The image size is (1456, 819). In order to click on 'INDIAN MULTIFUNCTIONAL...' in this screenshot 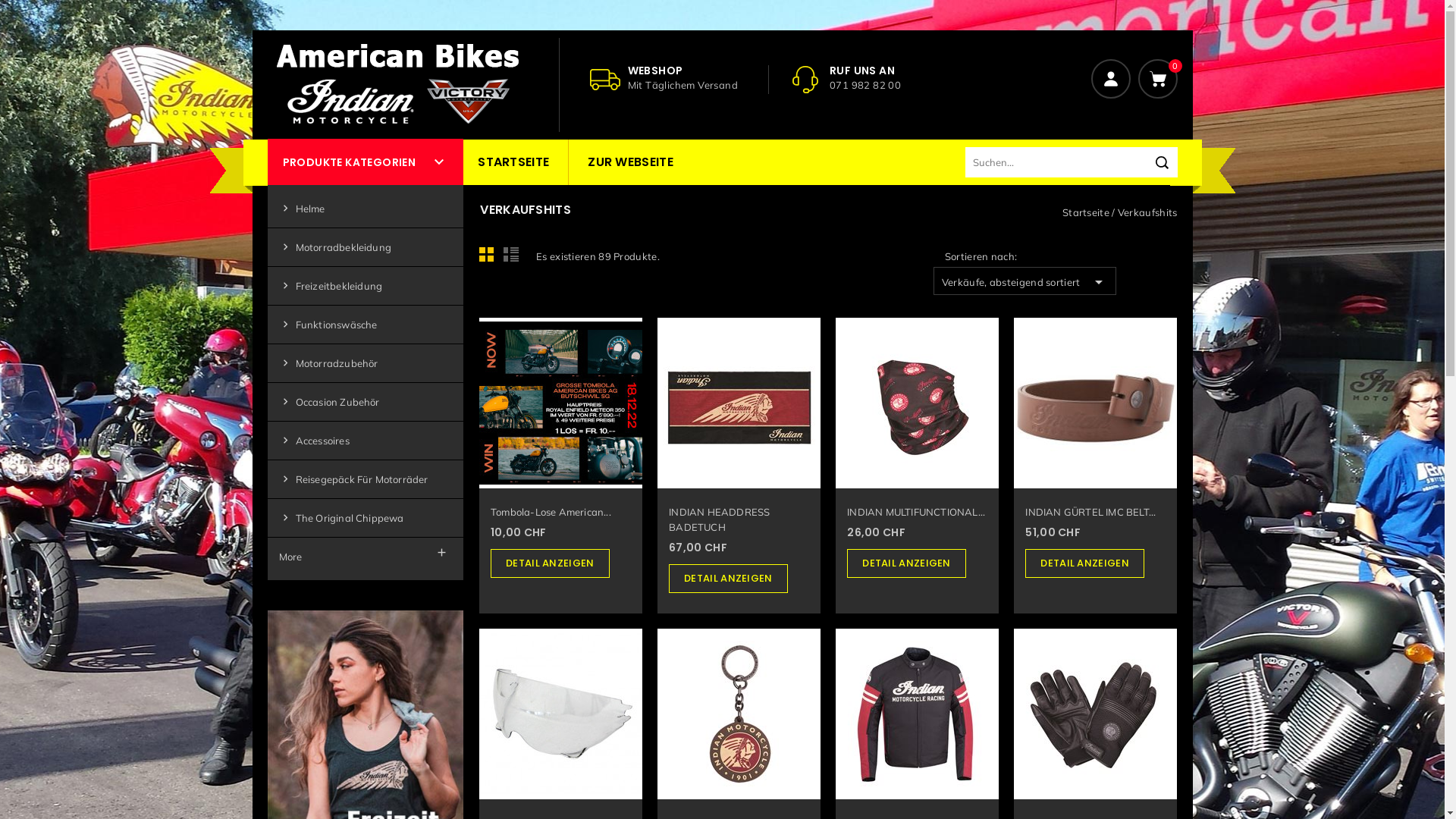, I will do `click(846, 512)`.